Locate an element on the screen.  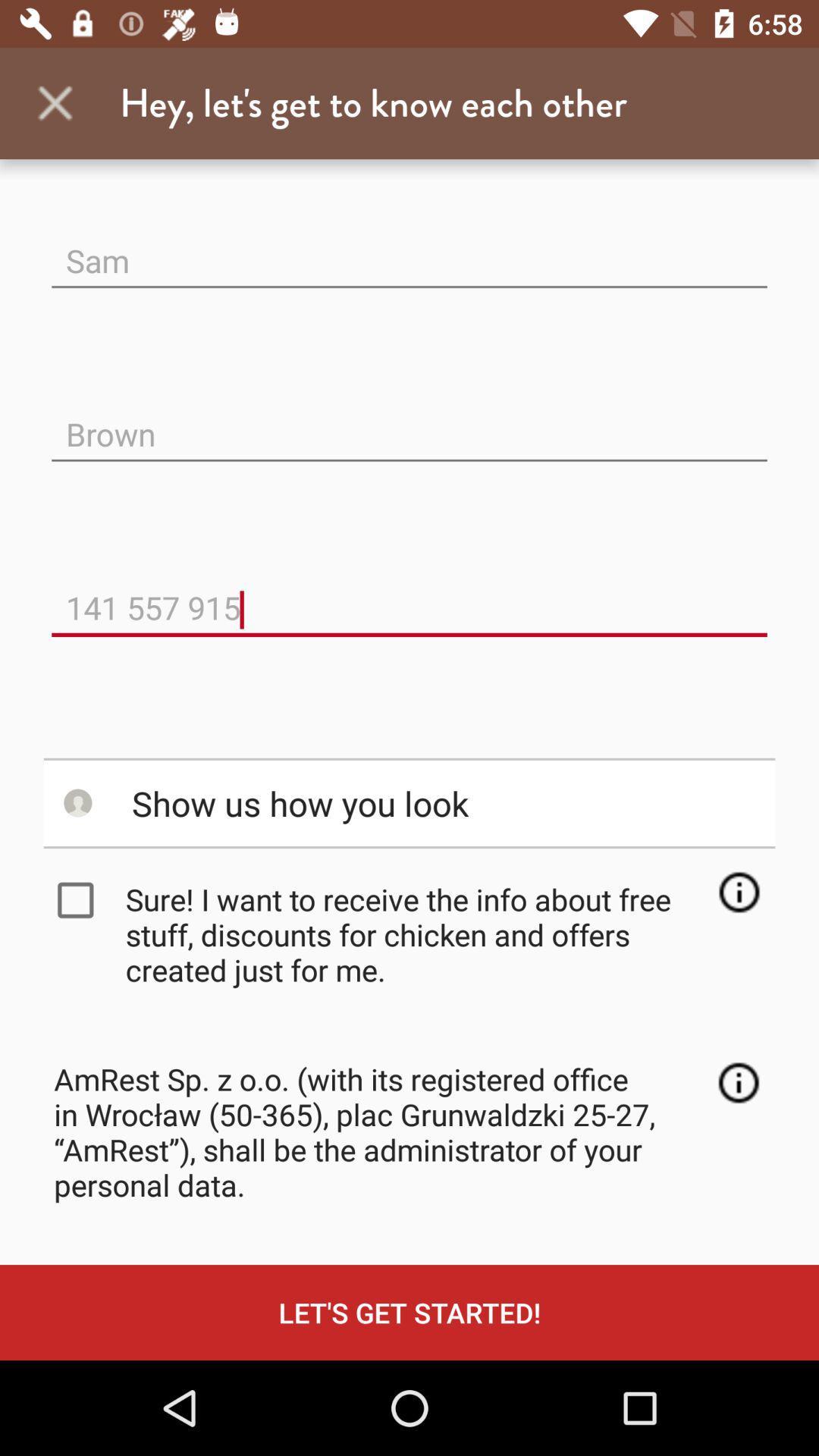
app next to hey let s is located at coordinates (55, 102).